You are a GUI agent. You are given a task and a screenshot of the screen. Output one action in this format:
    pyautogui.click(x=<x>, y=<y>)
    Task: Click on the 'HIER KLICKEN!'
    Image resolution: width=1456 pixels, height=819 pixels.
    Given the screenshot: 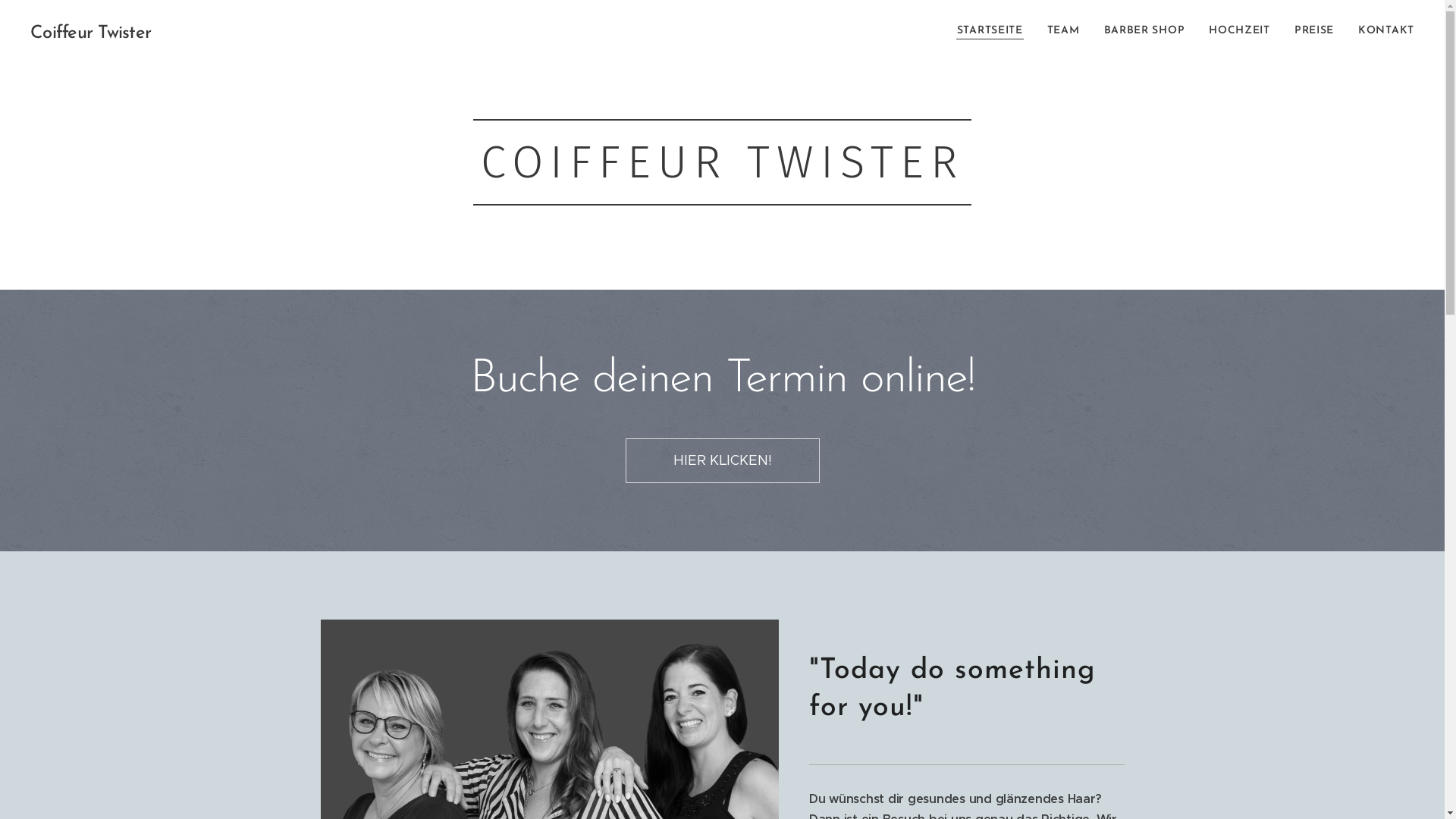 What is the action you would take?
    pyautogui.click(x=720, y=460)
    